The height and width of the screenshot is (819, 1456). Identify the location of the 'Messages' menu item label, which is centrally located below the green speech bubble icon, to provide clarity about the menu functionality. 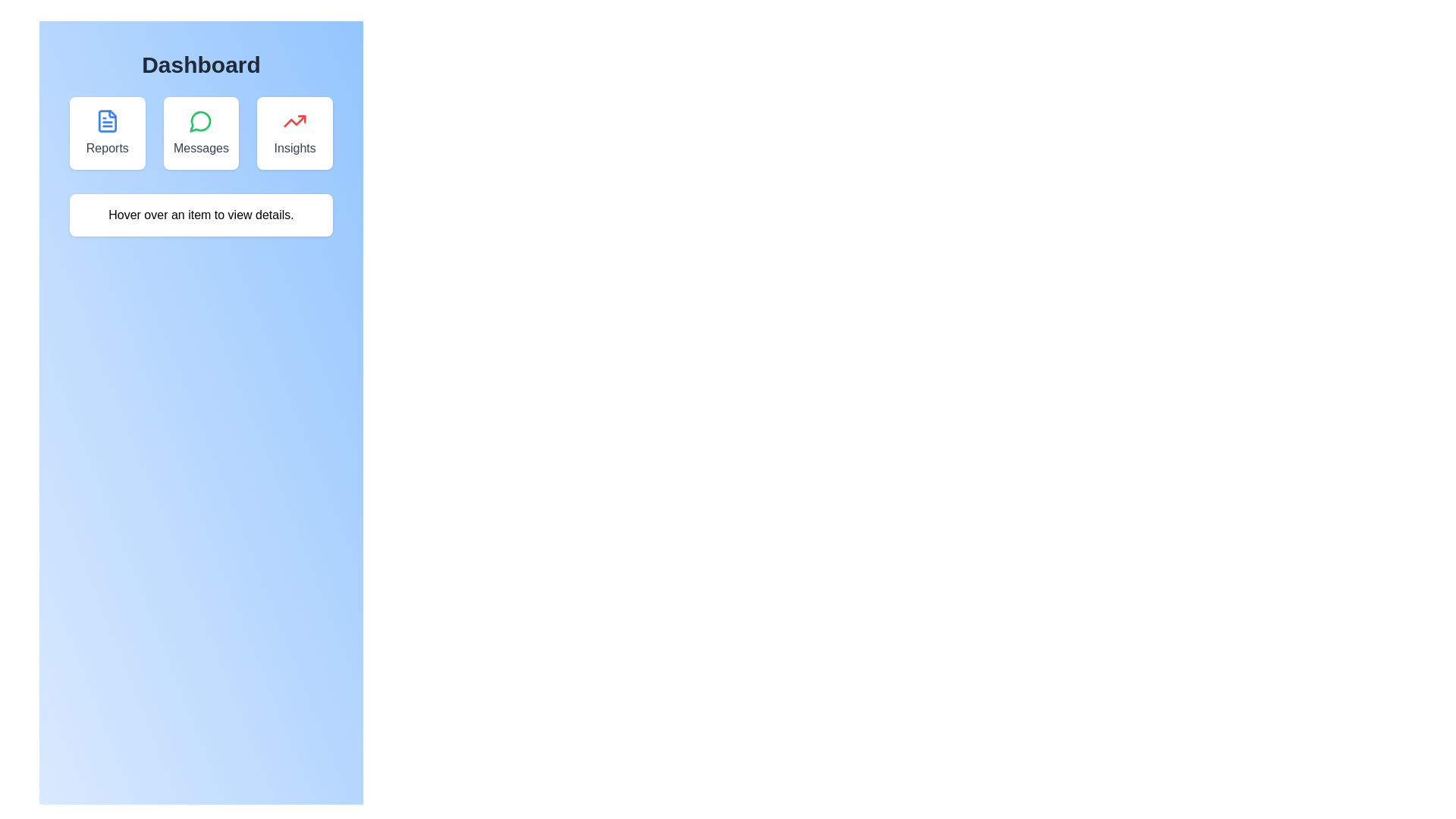
(200, 149).